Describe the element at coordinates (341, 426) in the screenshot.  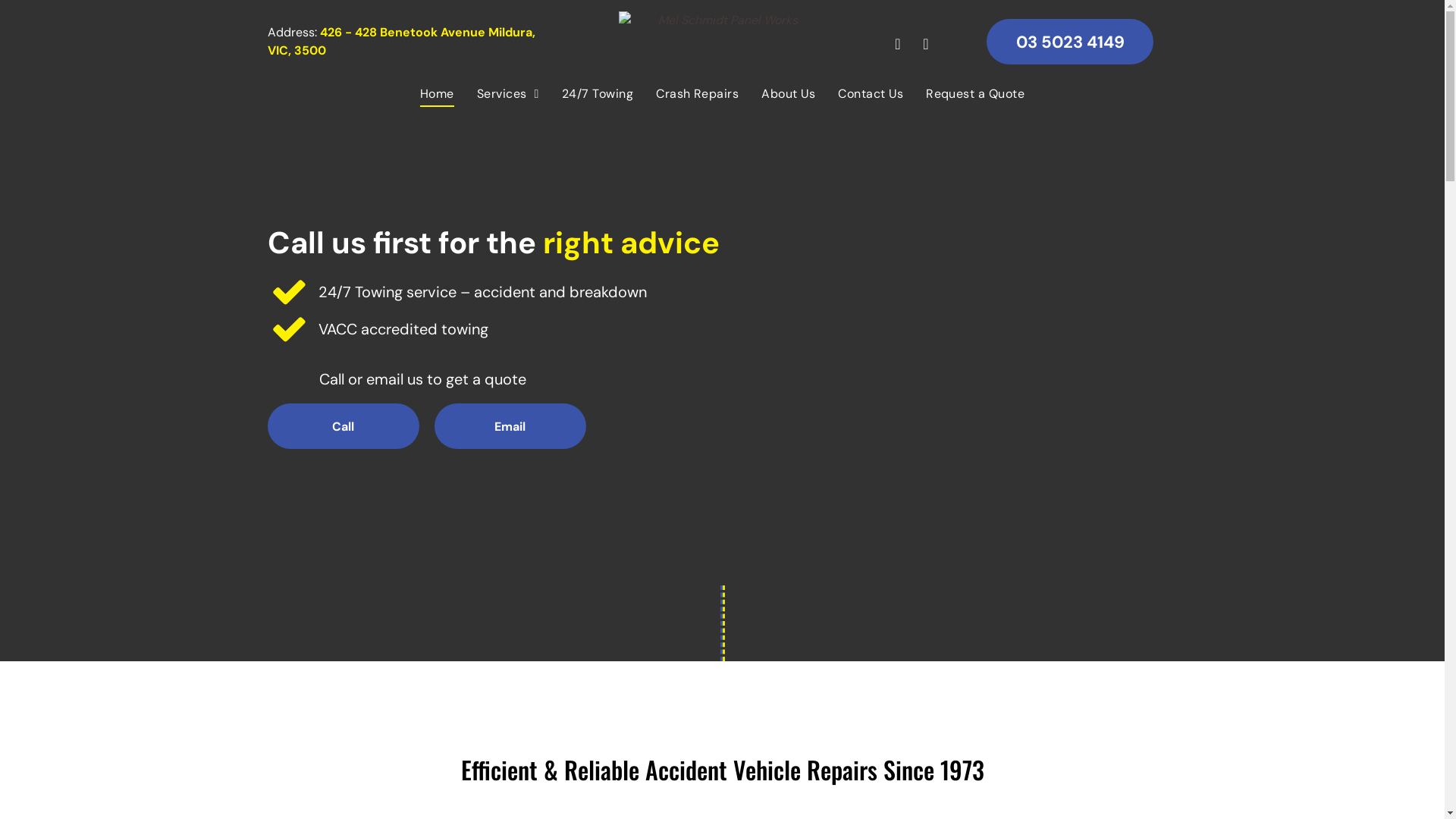
I see `'Call'` at that location.